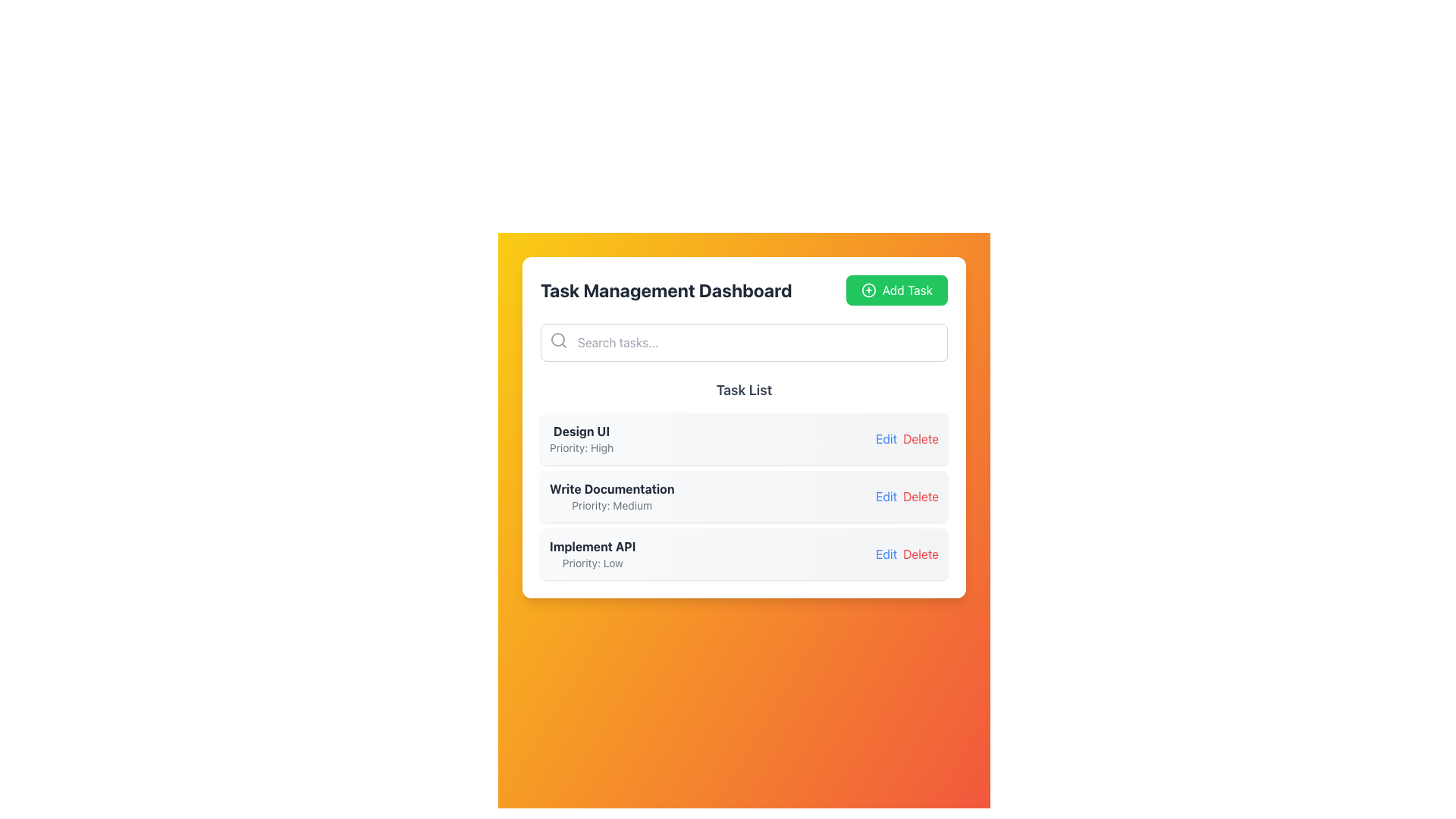  Describe the element at coordinates (612, 488) in the screenshot. I see `the text element reading 'Write Documentation', styled in bold and dark gray, from its current position` at that location.